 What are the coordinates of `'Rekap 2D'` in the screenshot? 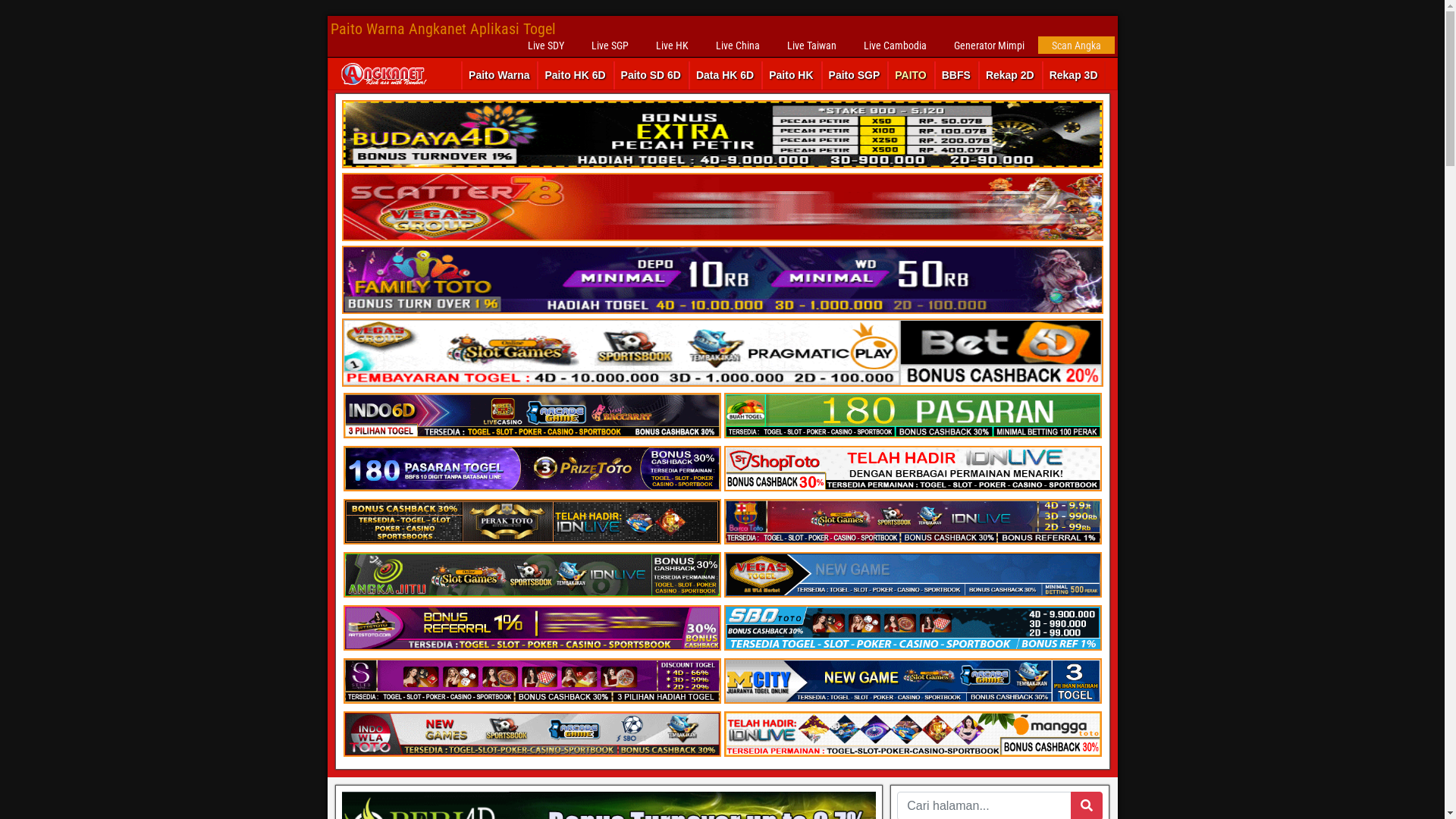 It's located at (979, 75).